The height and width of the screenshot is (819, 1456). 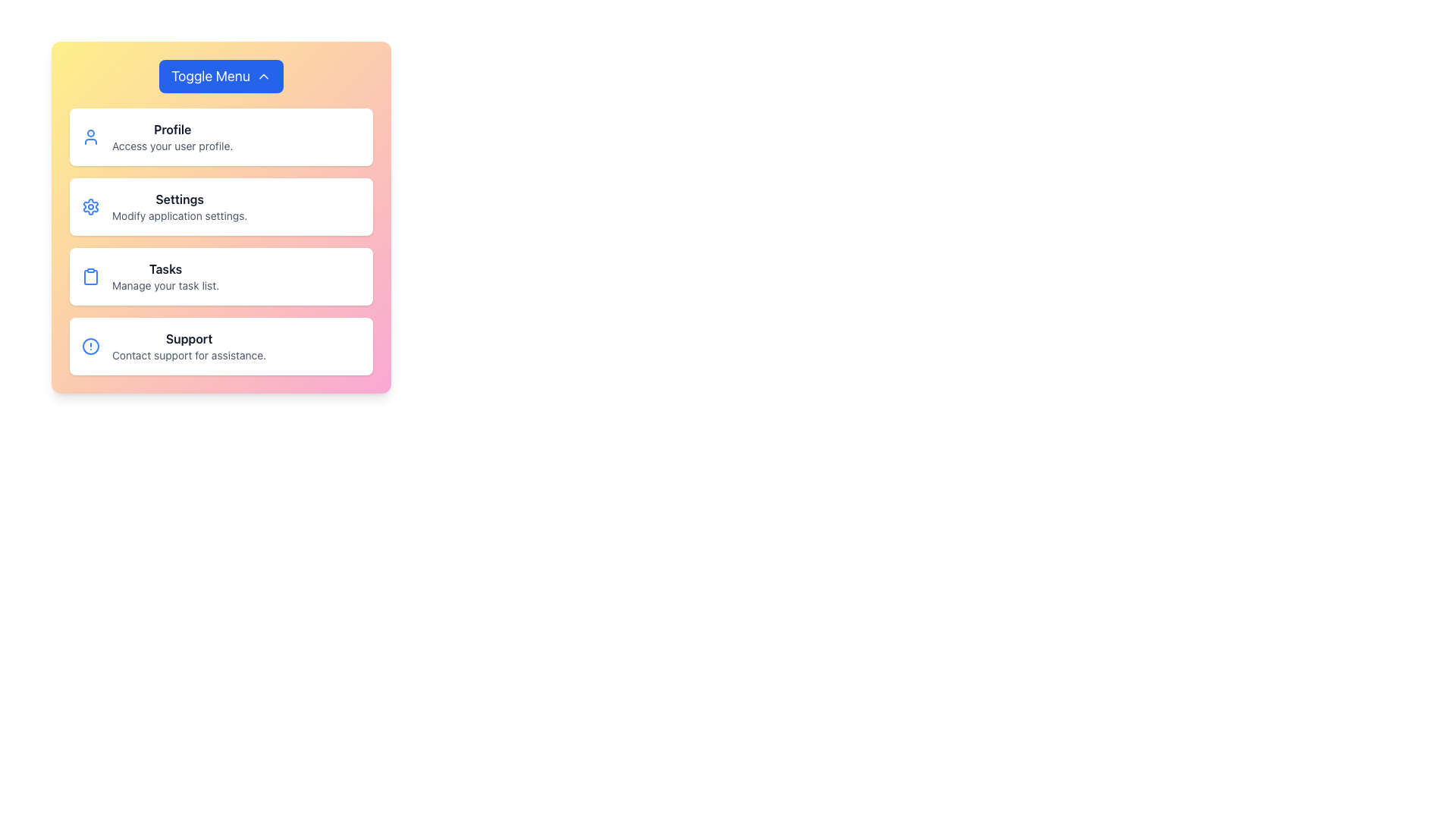 What do you see at coordinates (165, 277) in the screenshot?
I see `the information presented by the 'Tasks' label in the menu, which describes the task management functionality` at bounding box center [165, 277].